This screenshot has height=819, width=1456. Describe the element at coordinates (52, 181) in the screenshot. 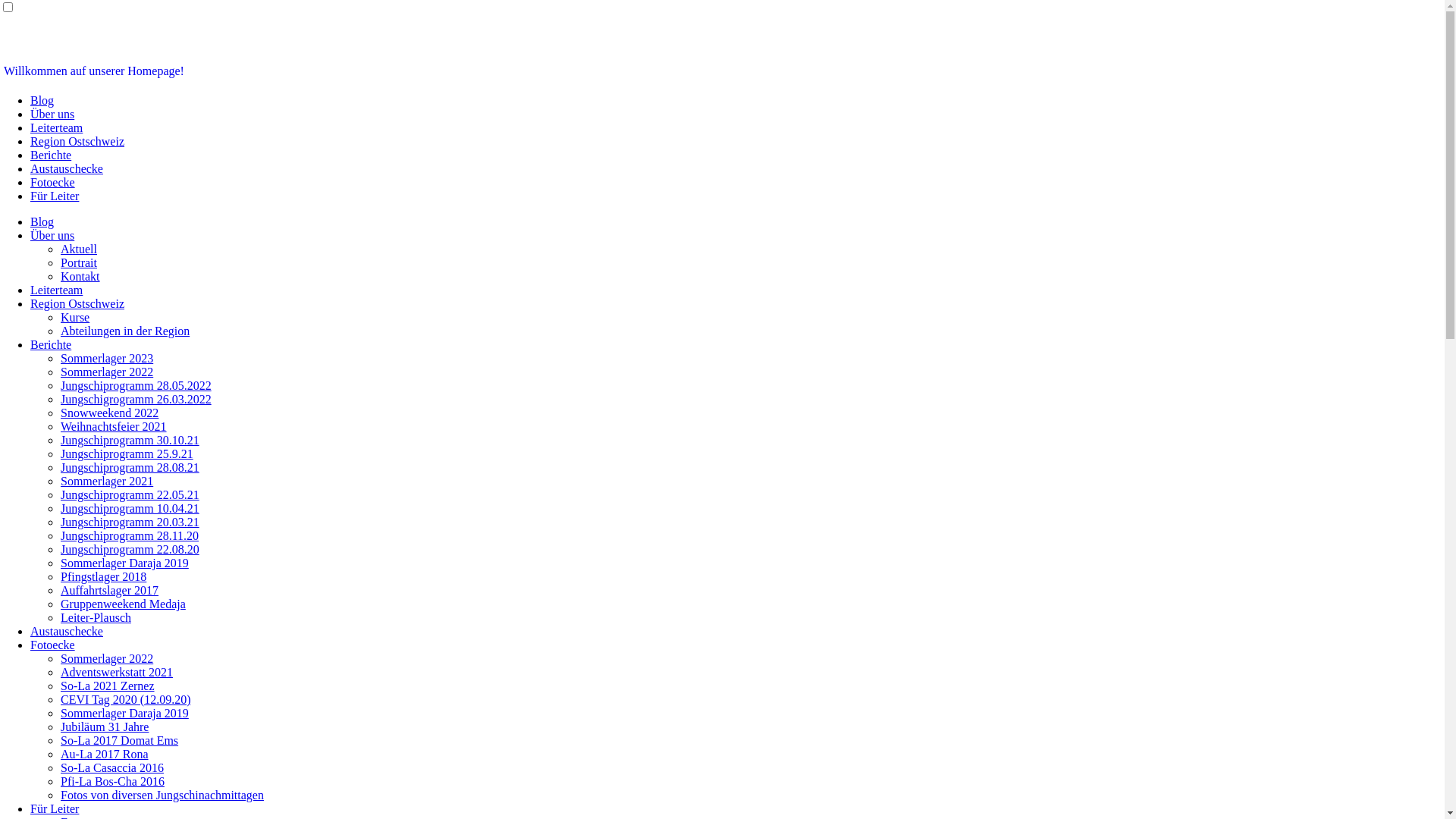

I see `'Fotoecke'` at that location.